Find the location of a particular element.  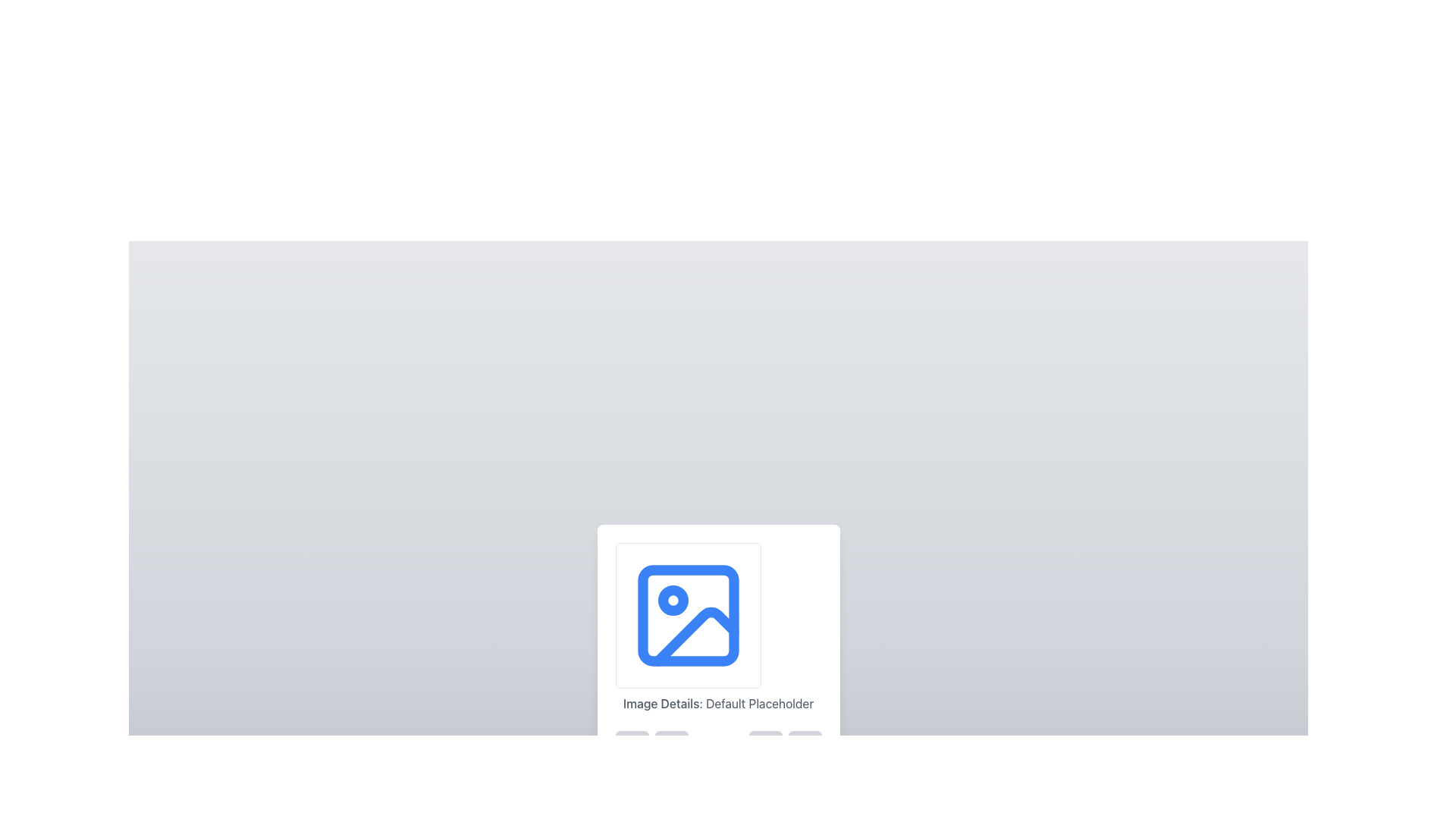

the zoom-in button located in the bottom-left corner of the group below the 'Image Details: Default Placeholder' image is located at coordinates (632, 744).